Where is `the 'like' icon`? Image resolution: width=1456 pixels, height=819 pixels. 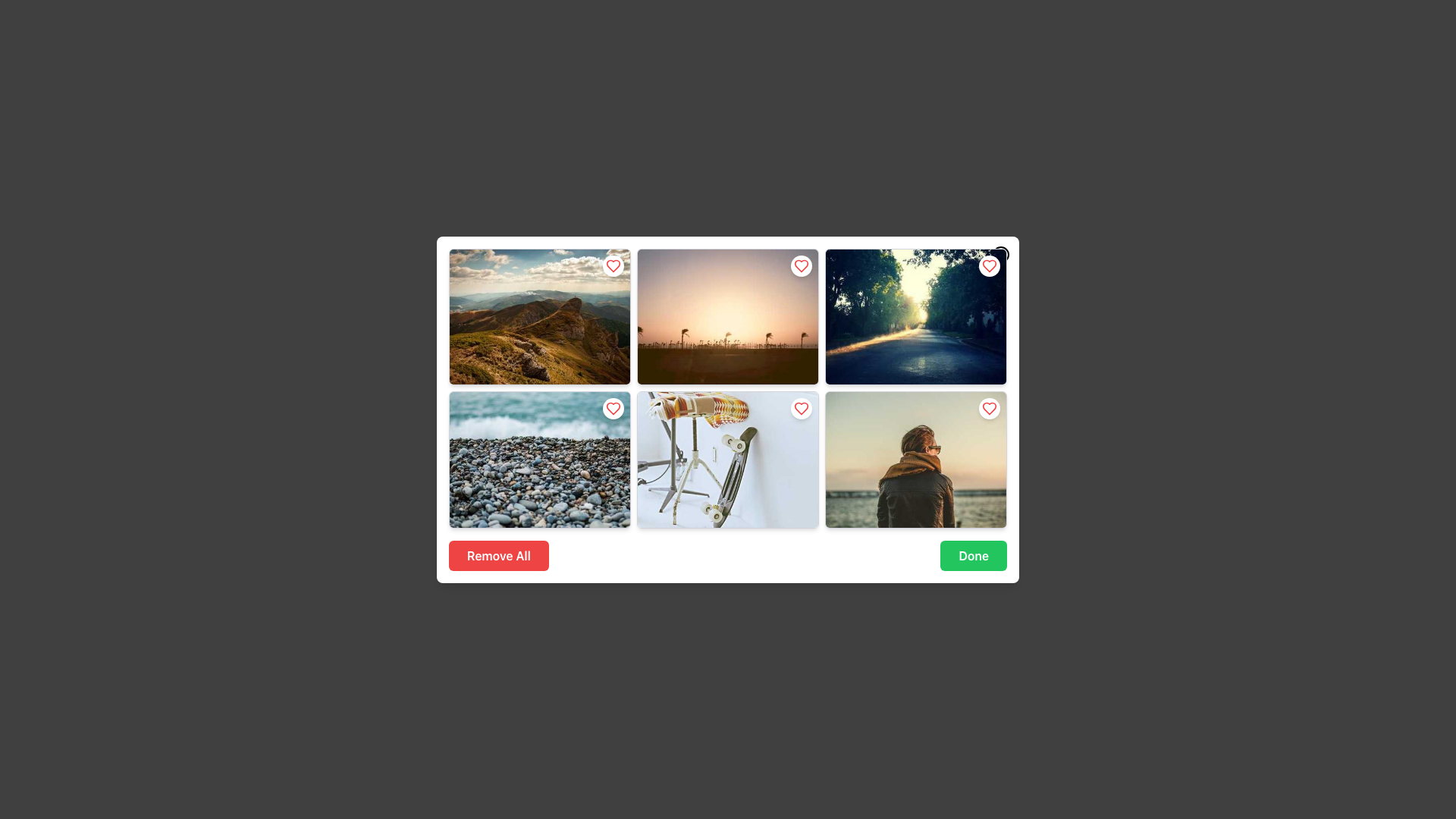 the 'like' icon is located at coordinates (990, 408).